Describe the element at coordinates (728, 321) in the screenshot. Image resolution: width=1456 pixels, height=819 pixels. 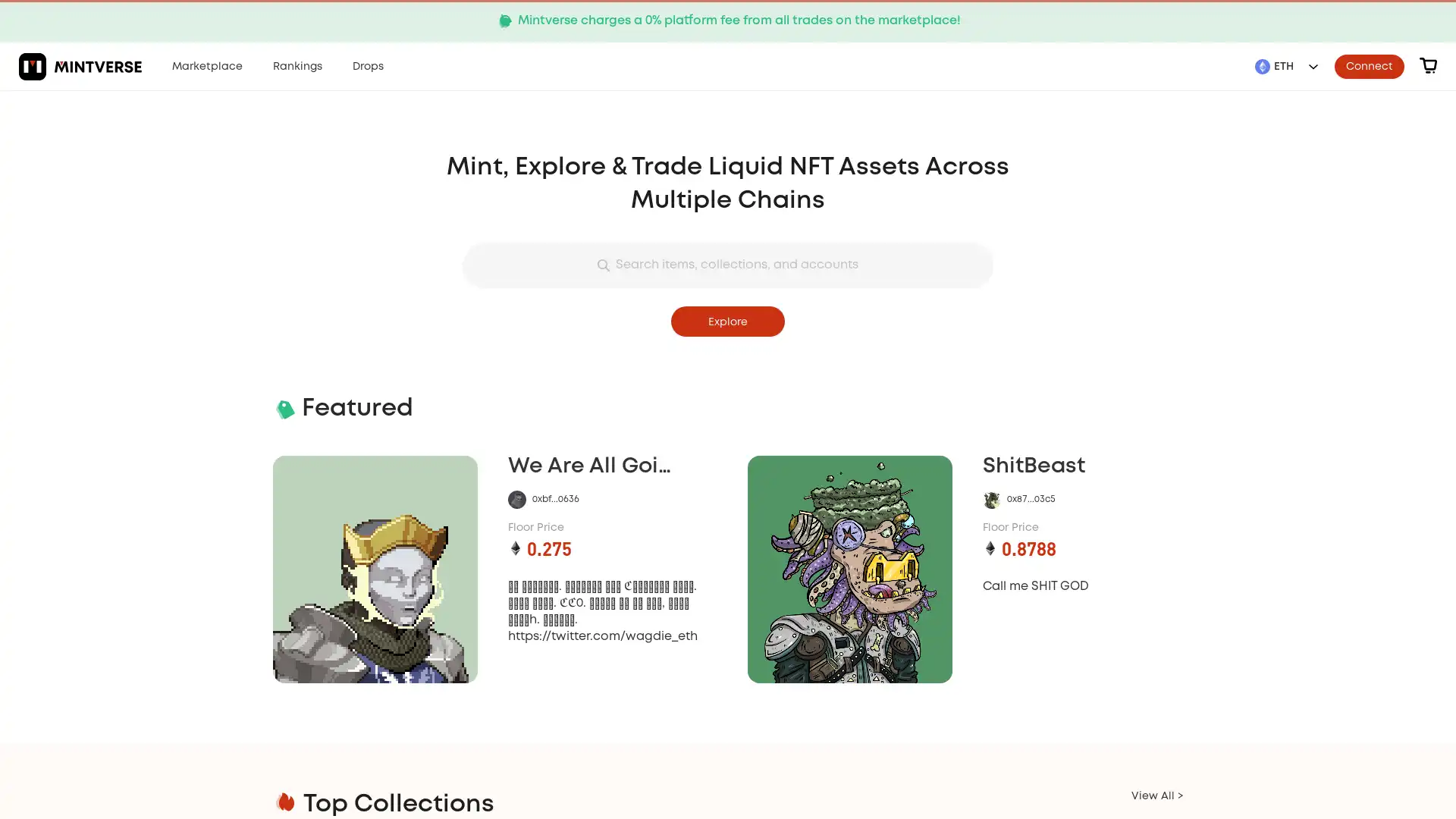
I see `Explore` at that location.